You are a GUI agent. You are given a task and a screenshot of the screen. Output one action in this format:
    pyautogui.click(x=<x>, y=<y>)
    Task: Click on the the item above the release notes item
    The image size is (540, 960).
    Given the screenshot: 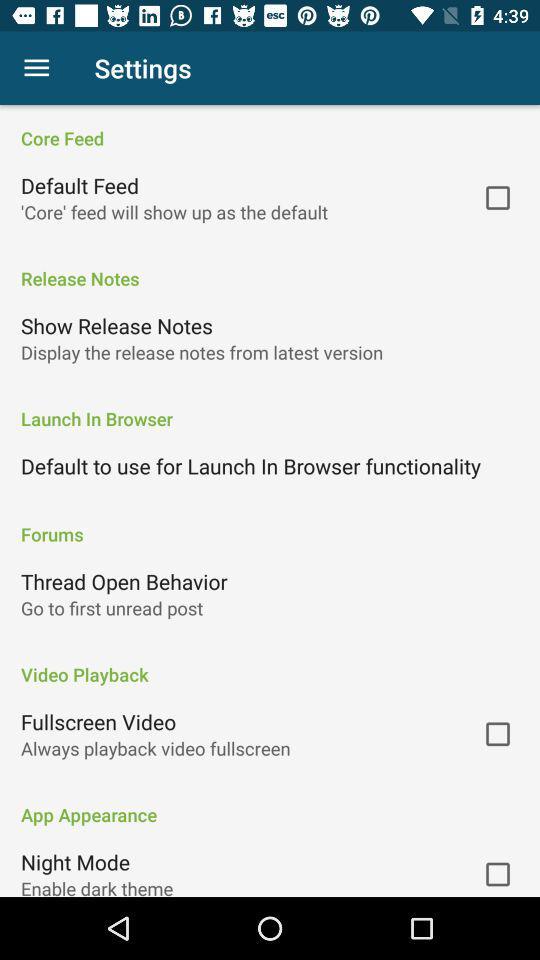 What is the action you would take?
    pyautogui.click(x=174, y=212)
    